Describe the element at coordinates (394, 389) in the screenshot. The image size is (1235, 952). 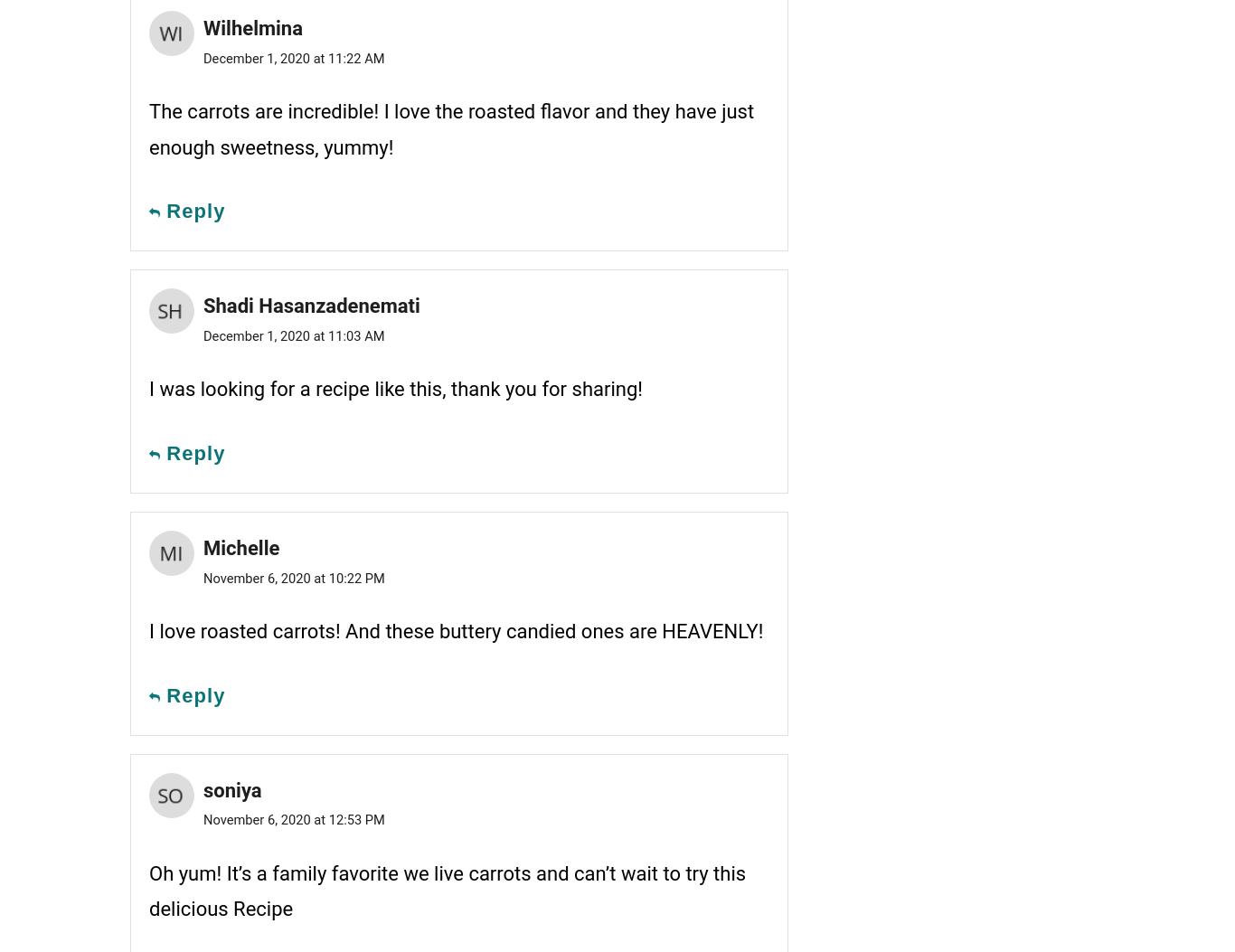
I see `'I was looking for a recipe like this, thank you for sharing!'` at that location.